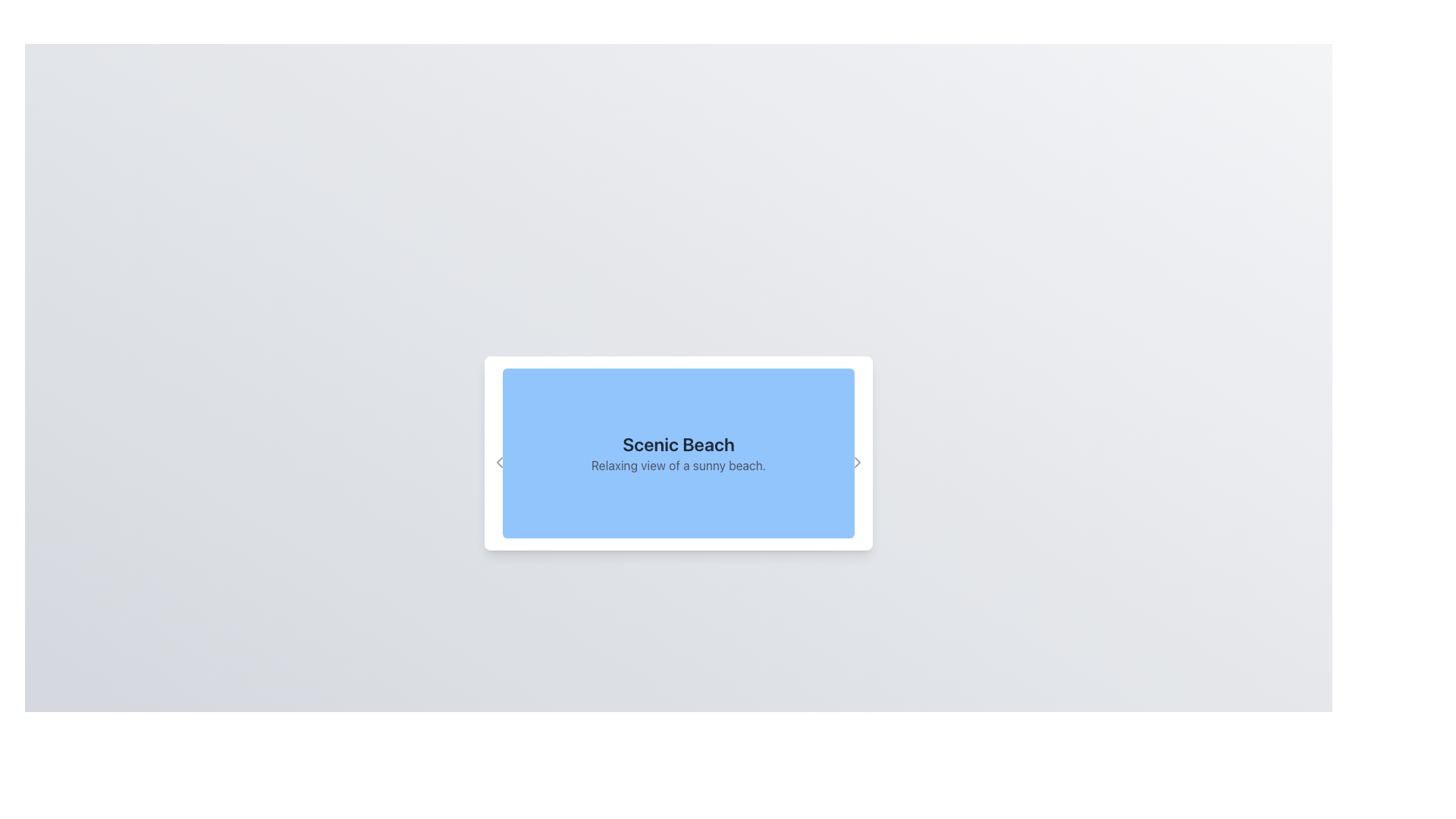 Image resolution: width=1456 pixels, height=819 pixels. What do you see at coordinates (858, 461) in the screenshot?
I see `the forward navigation icon located at the center of the right edge of the 'Scenic Beach' card` at bounding box center [858, 461].